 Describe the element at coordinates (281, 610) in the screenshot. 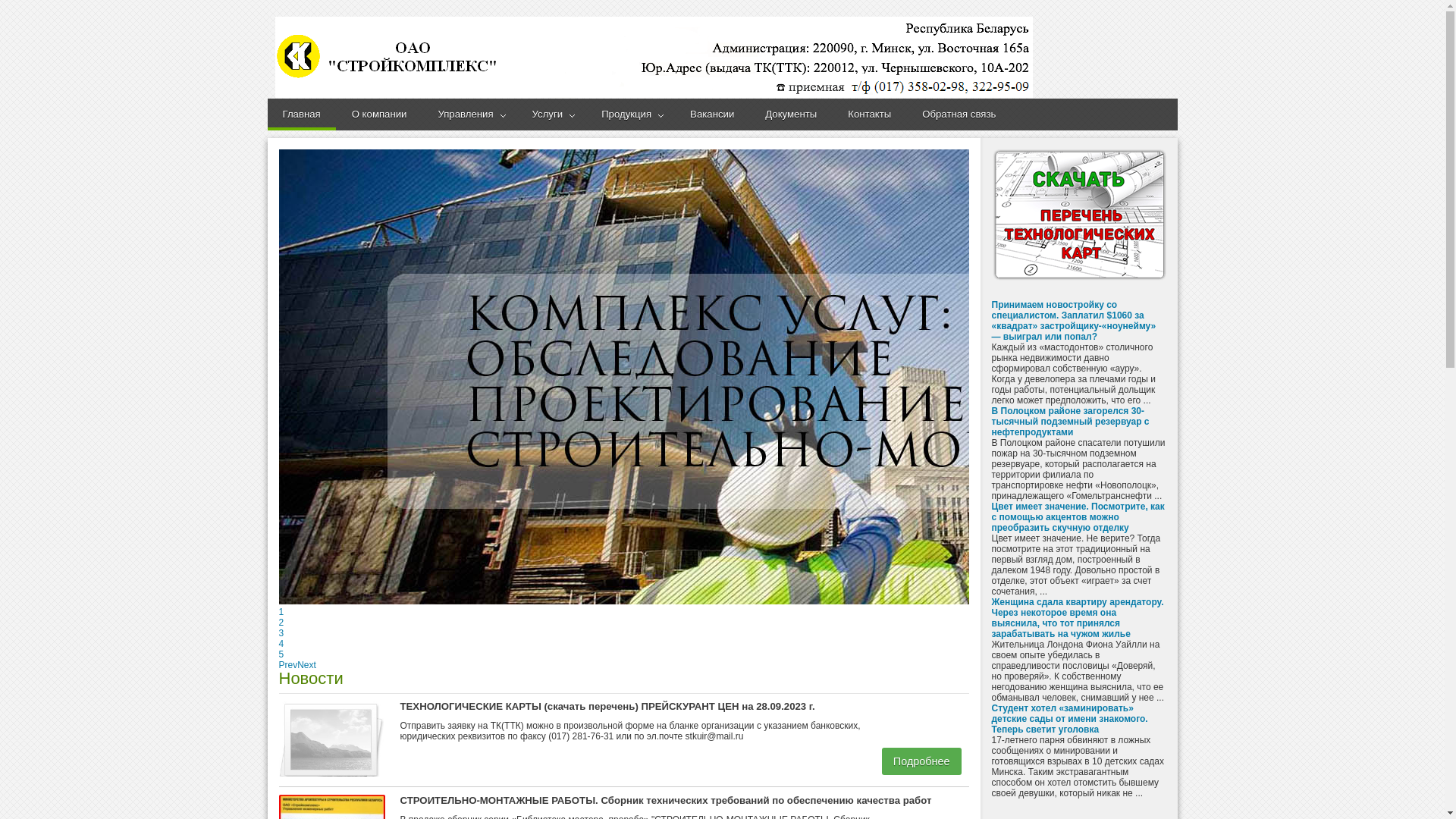

I see `'1'` at that location.